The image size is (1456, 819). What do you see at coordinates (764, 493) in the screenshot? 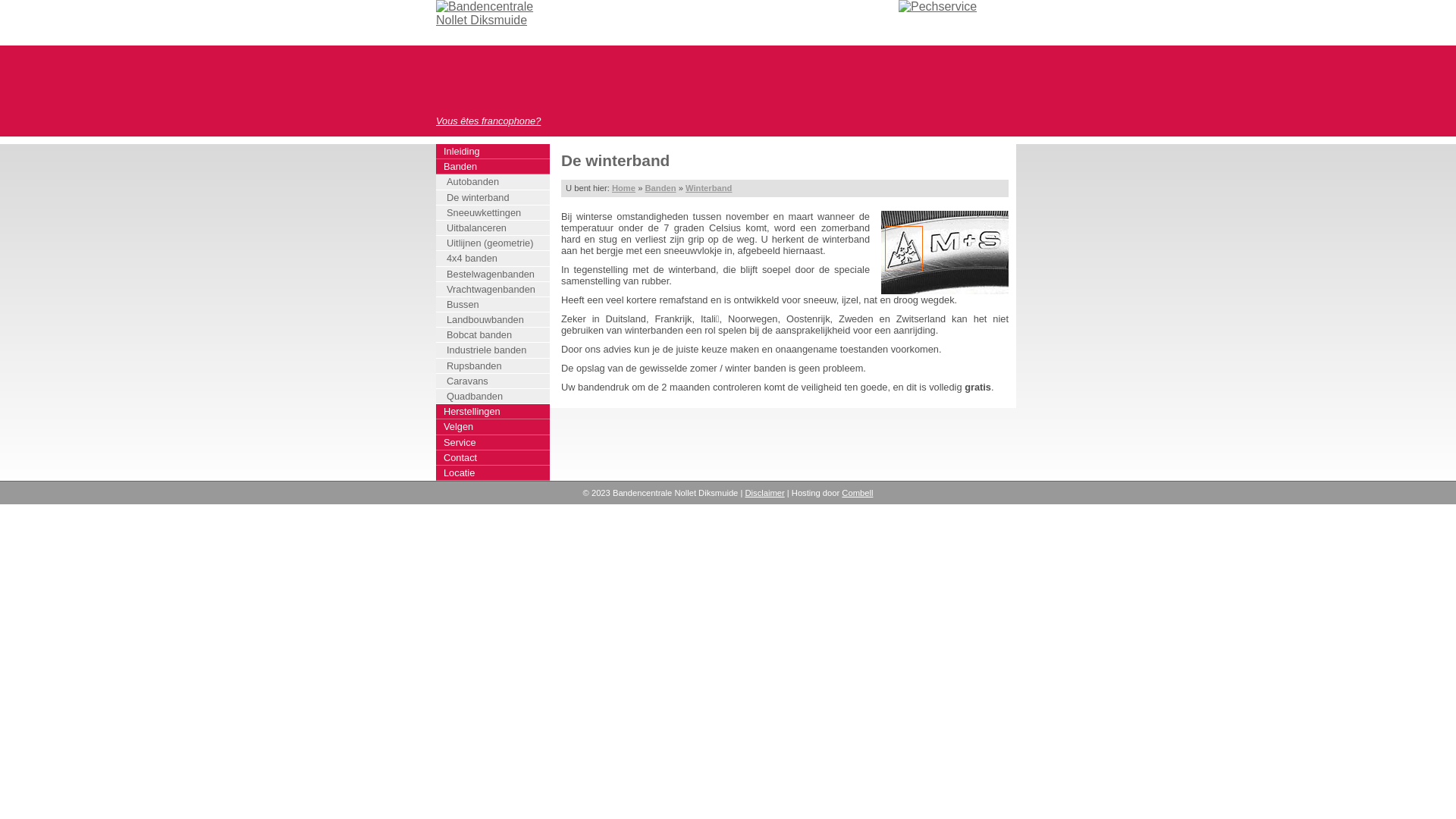
I see `'Disclaimer'` at bounding box center [764, 493].